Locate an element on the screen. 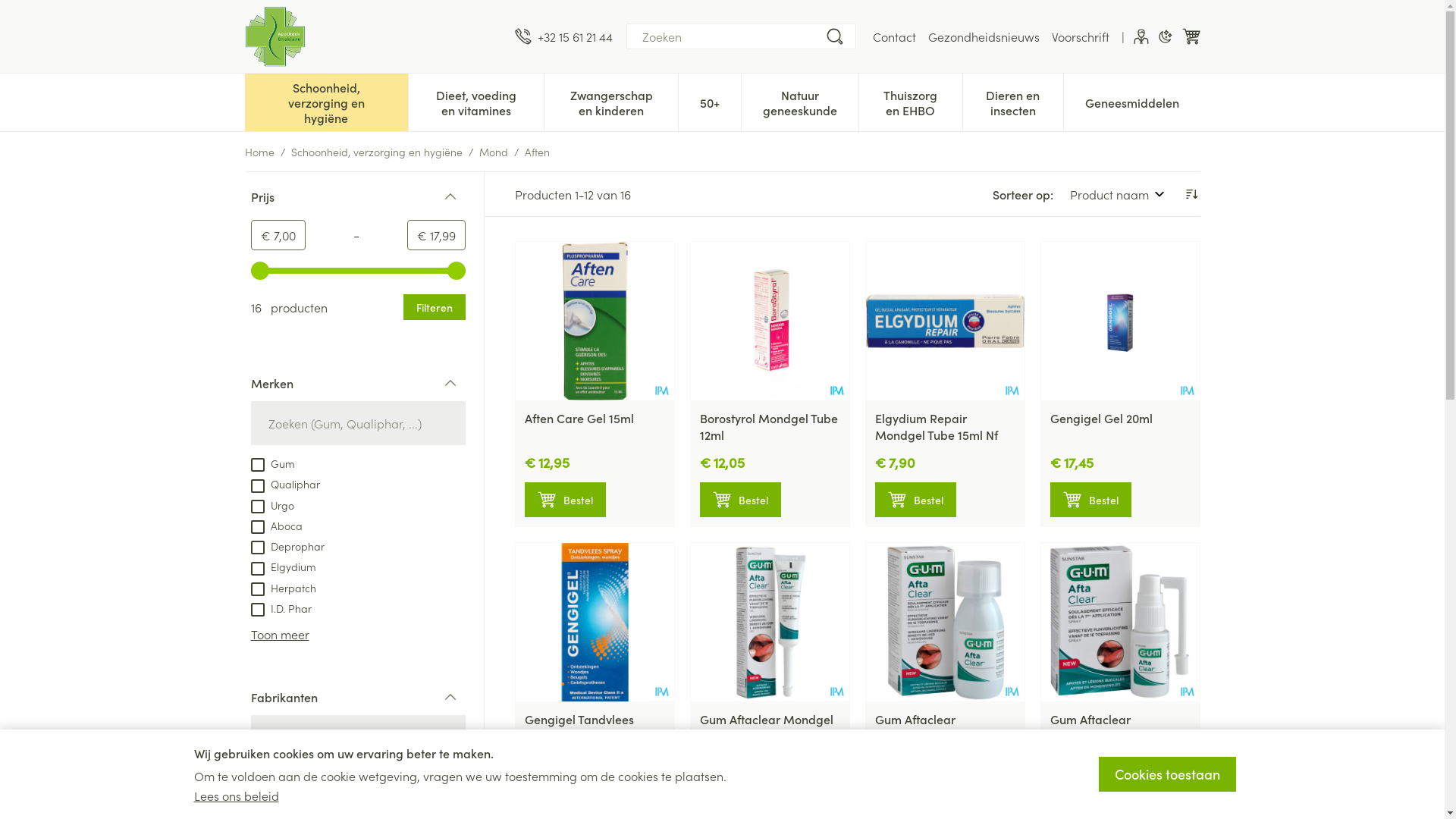  'Deprophar' is located at coordinates (287, 544).